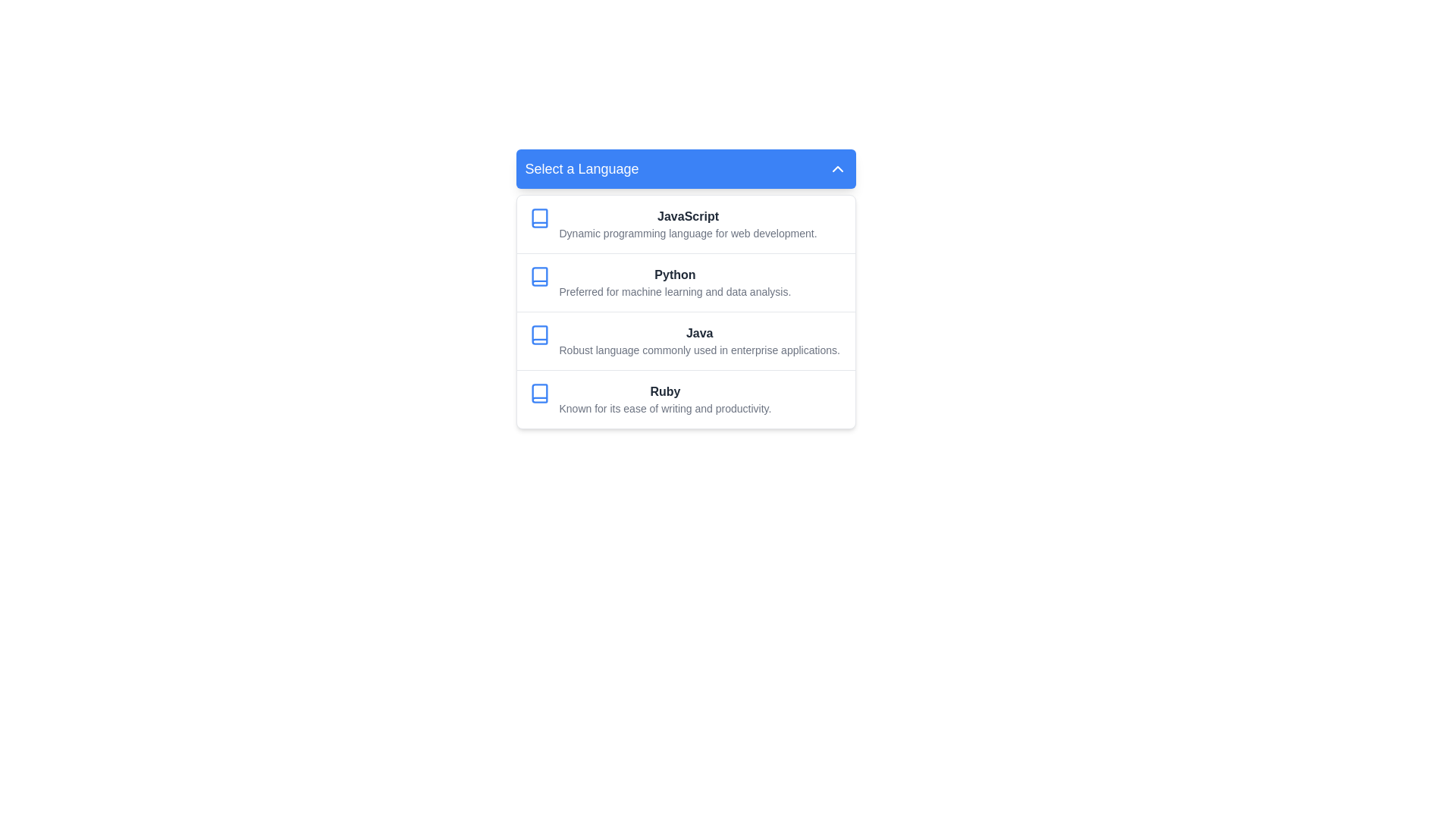 The image size is (1456, 819). What do you see at coordinates (698, 341) in the screenshot?
I see `the third item` at bounding box center [698, 341].